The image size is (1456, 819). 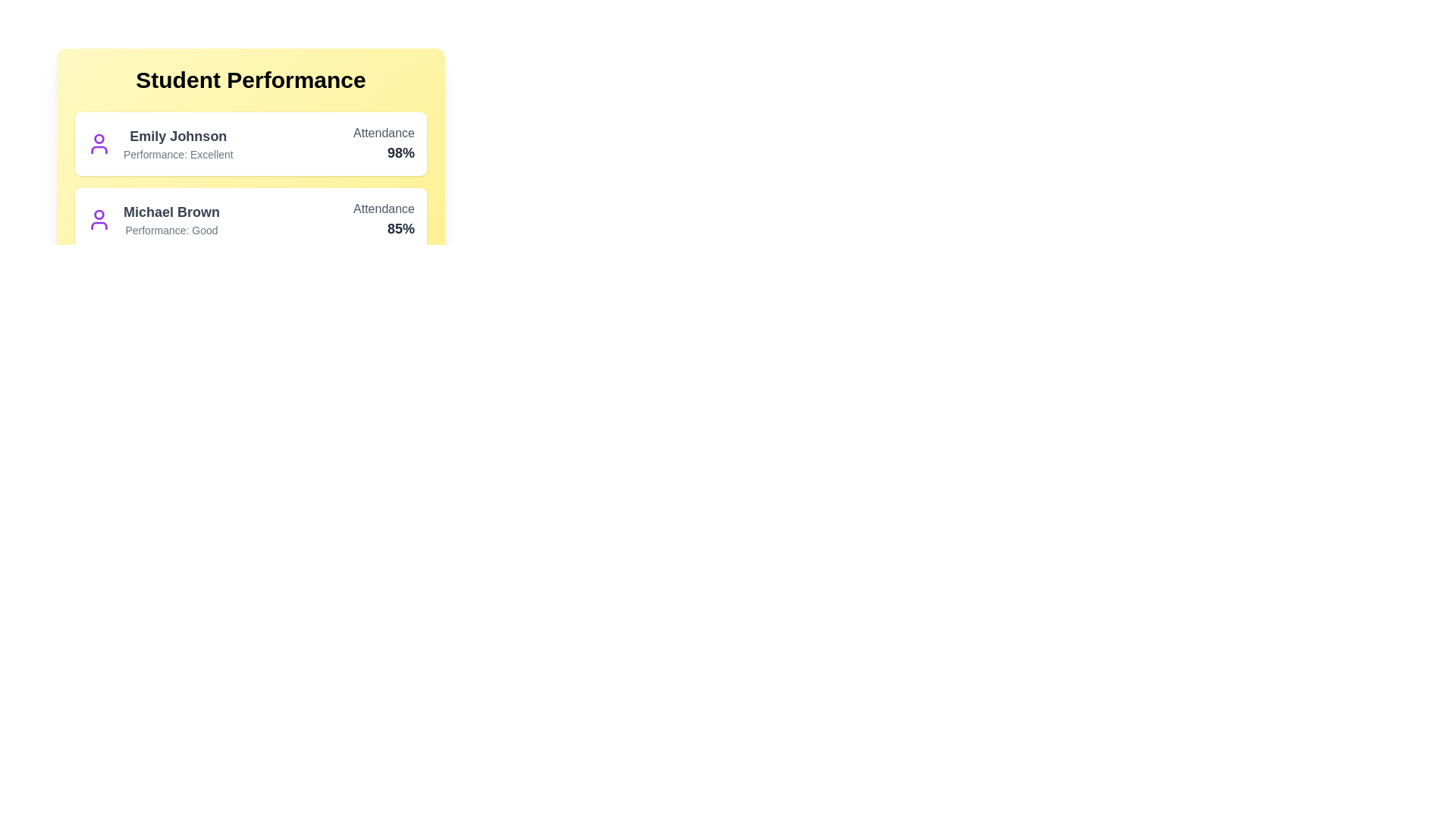 What do you see at coordinates (383, 152) in the screenshot?
I see `the attendance percentage of Emily Johnson to sort the list by attendance` at bounding box center [383, 152].